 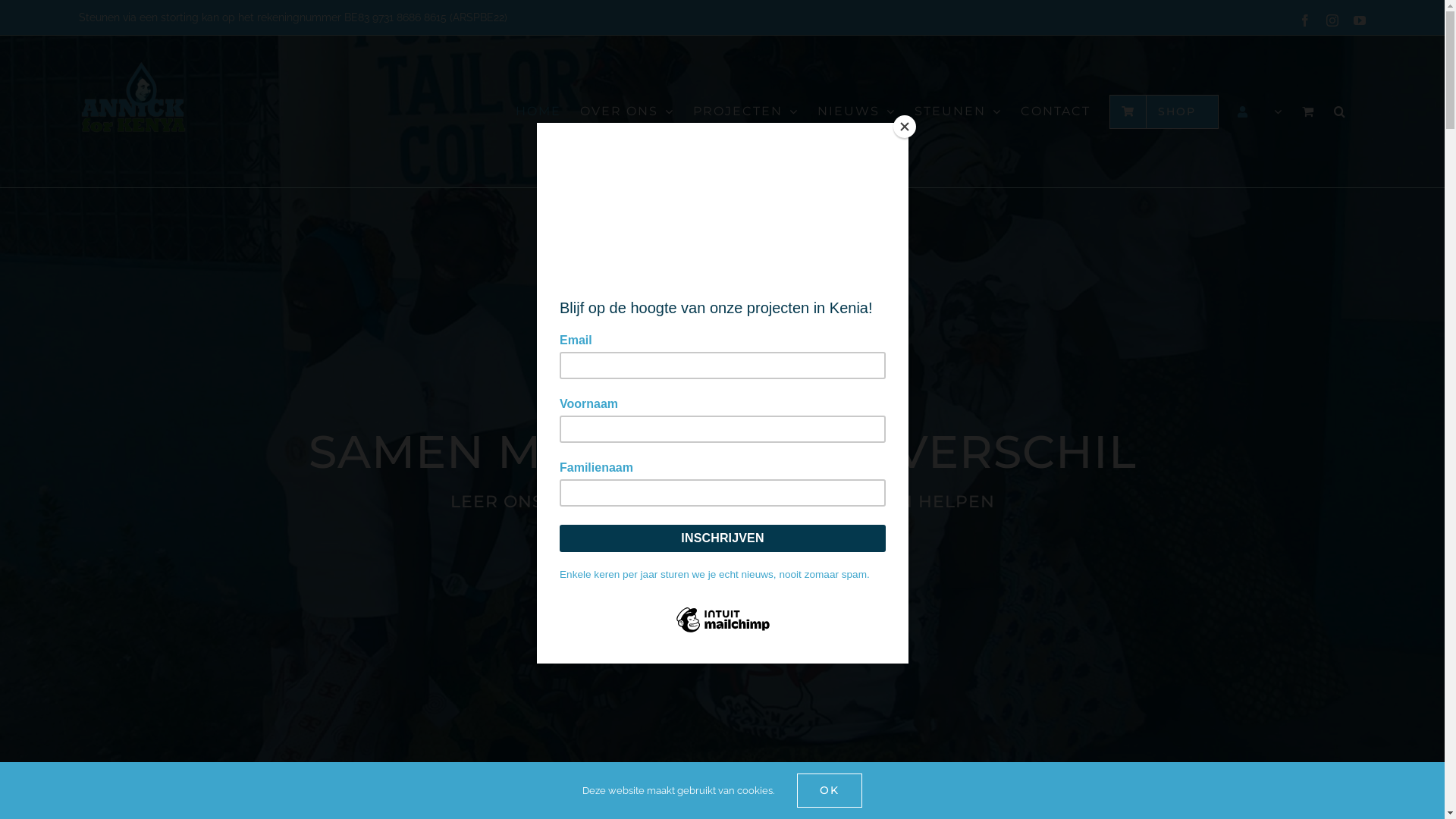 What do you see at coordinates (692, 110) in the screenshot?
I see `'PROJECTEN'` at bounding box center [692, 110].